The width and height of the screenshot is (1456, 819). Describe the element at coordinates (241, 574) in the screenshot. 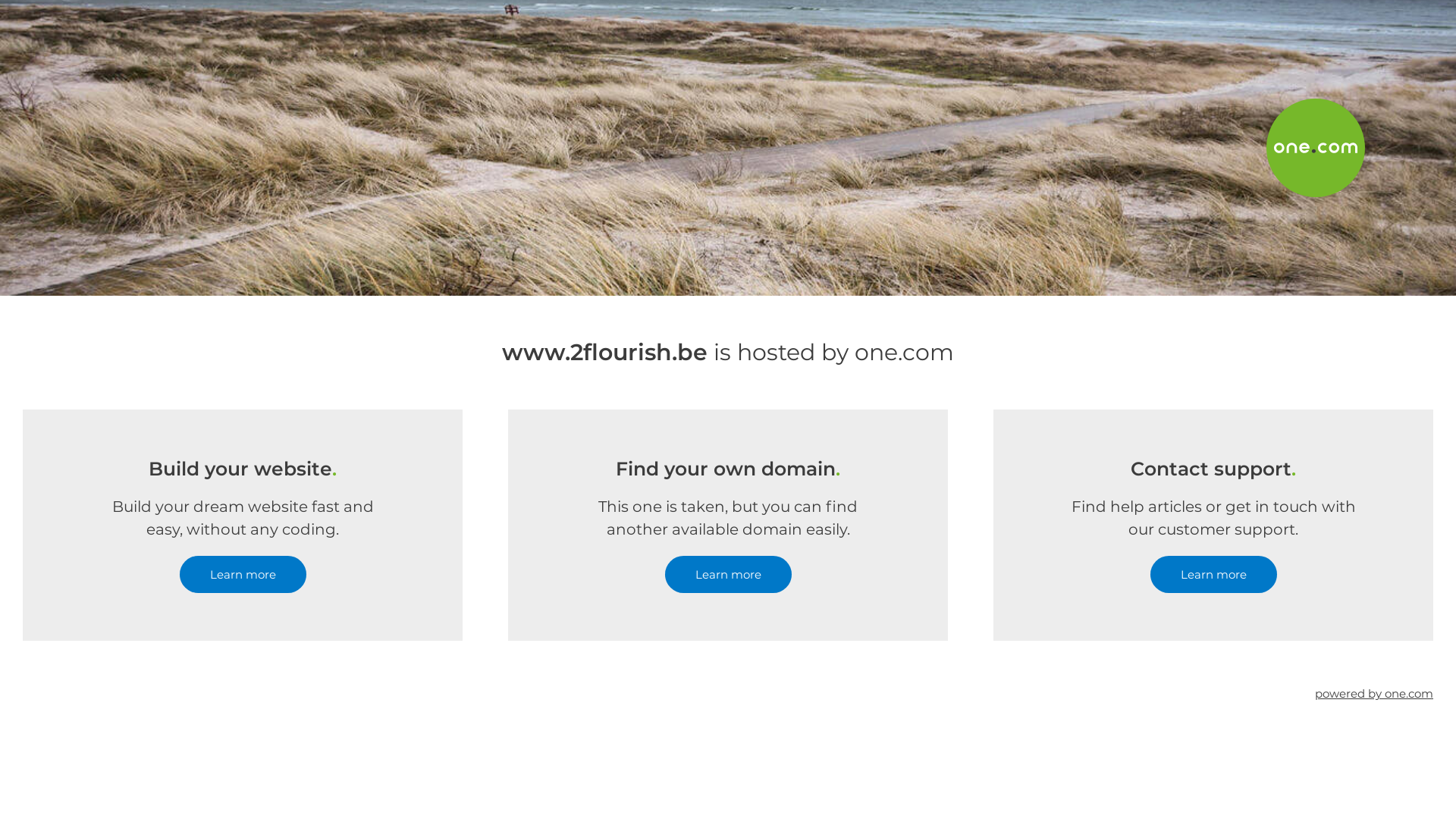

I see `'Learn more'` at that location.